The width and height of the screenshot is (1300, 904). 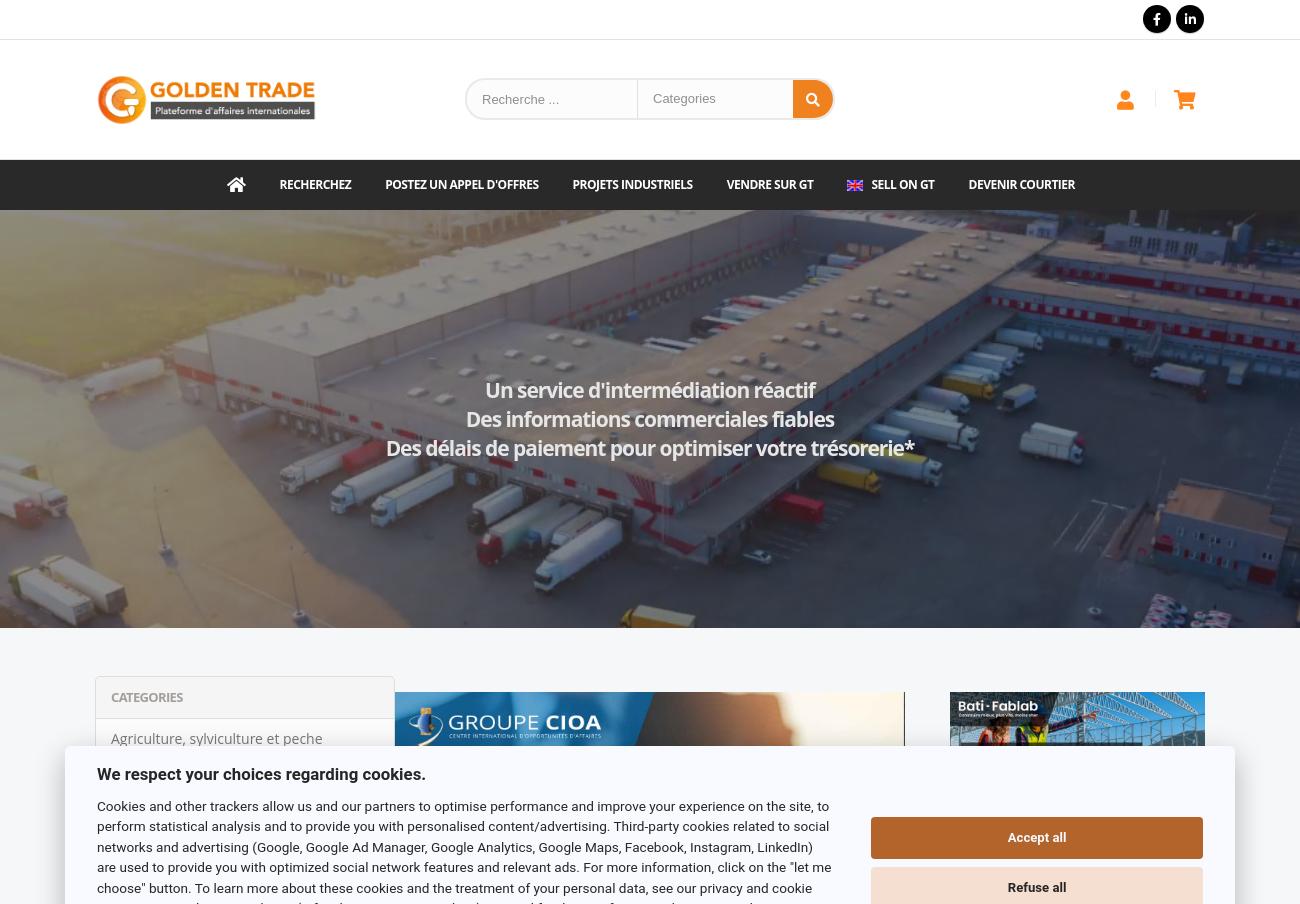 I want to click on 'Sell on GT', so click(x=901, y=184).